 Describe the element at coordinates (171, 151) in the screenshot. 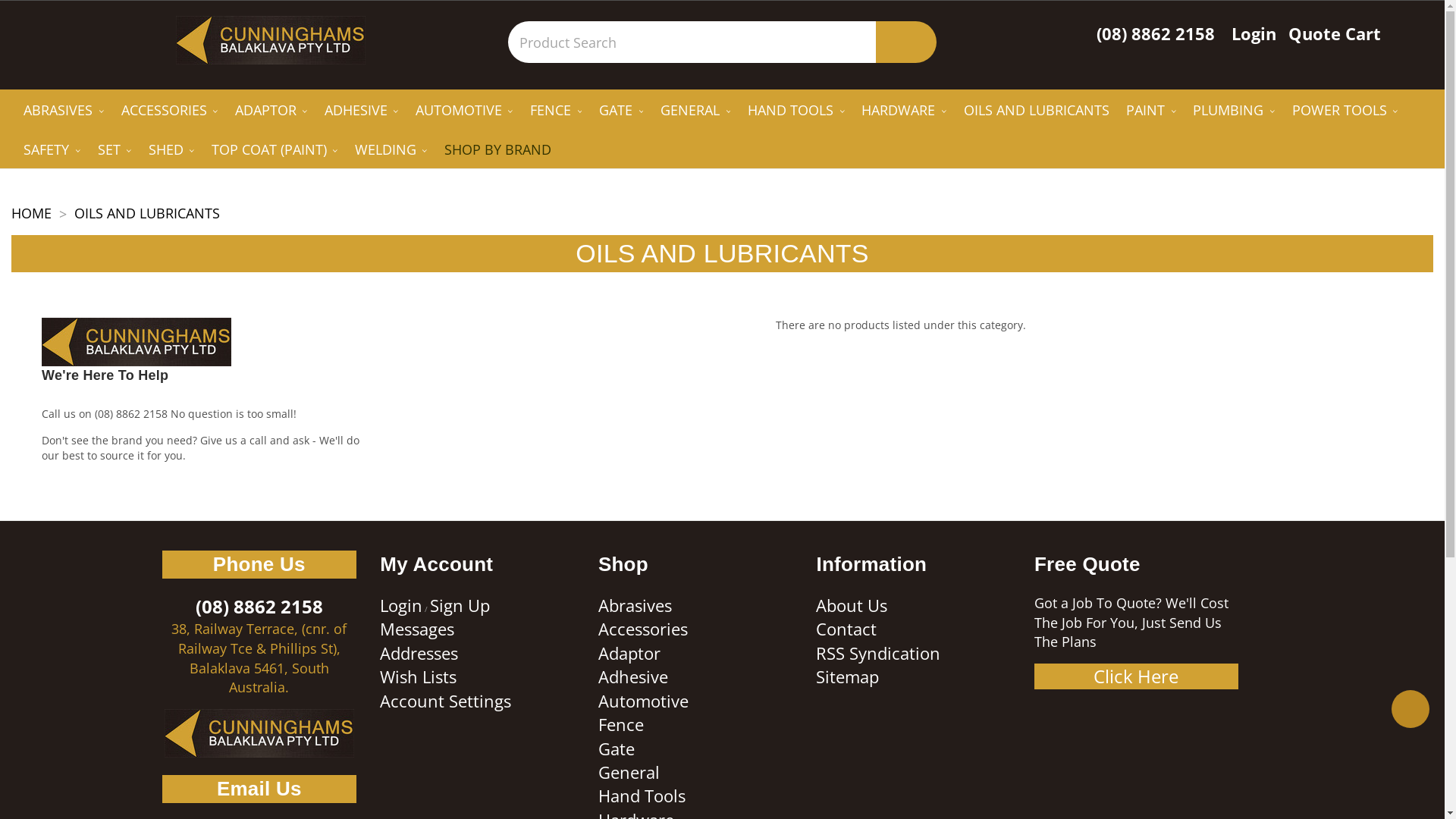

I see `'SHED'` at that location.